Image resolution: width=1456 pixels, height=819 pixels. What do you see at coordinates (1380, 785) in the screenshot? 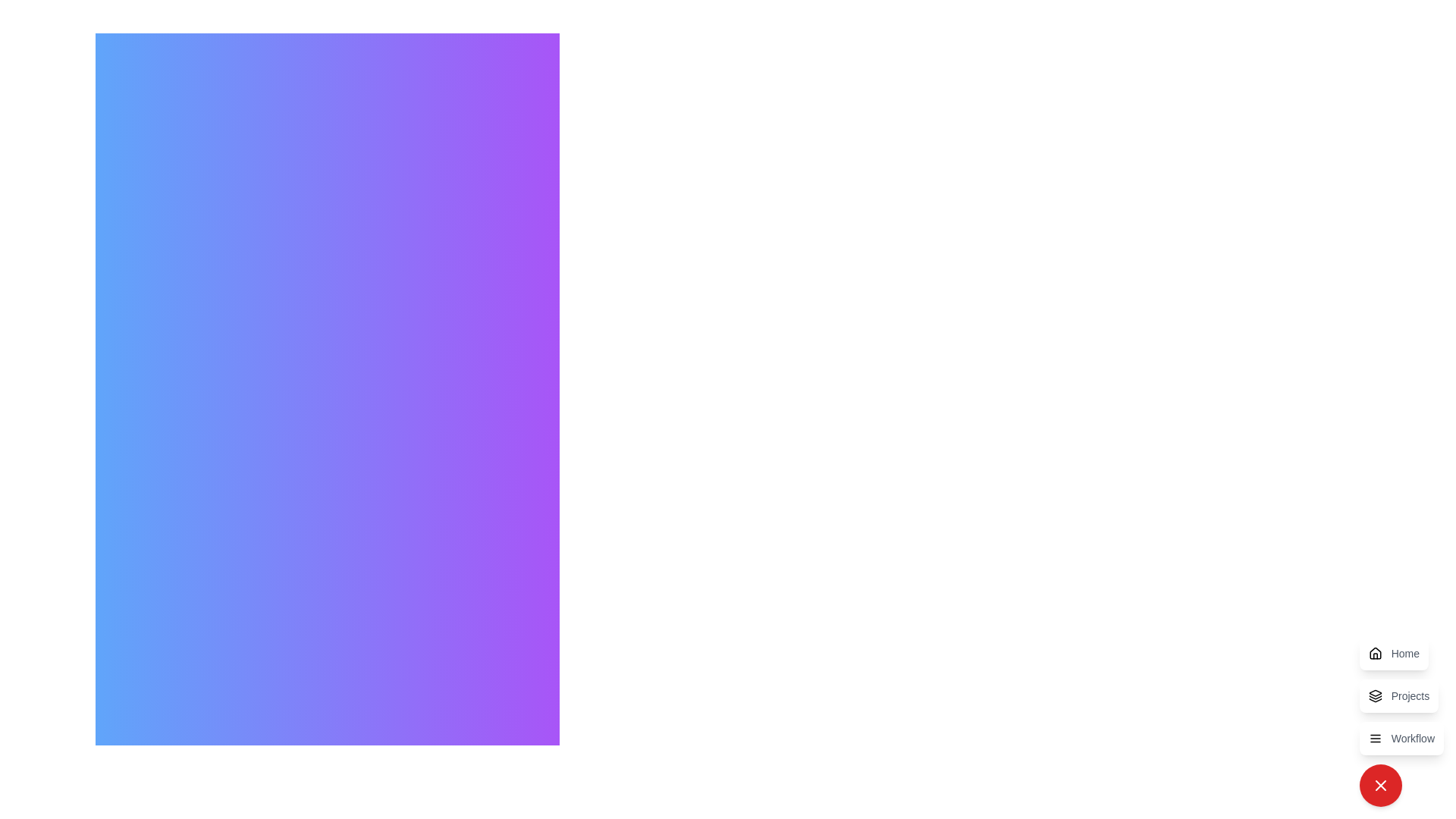
I see `the red circular button at the bottom-right corner to toggle the menu visibility` at bounding box center [1380, 785].